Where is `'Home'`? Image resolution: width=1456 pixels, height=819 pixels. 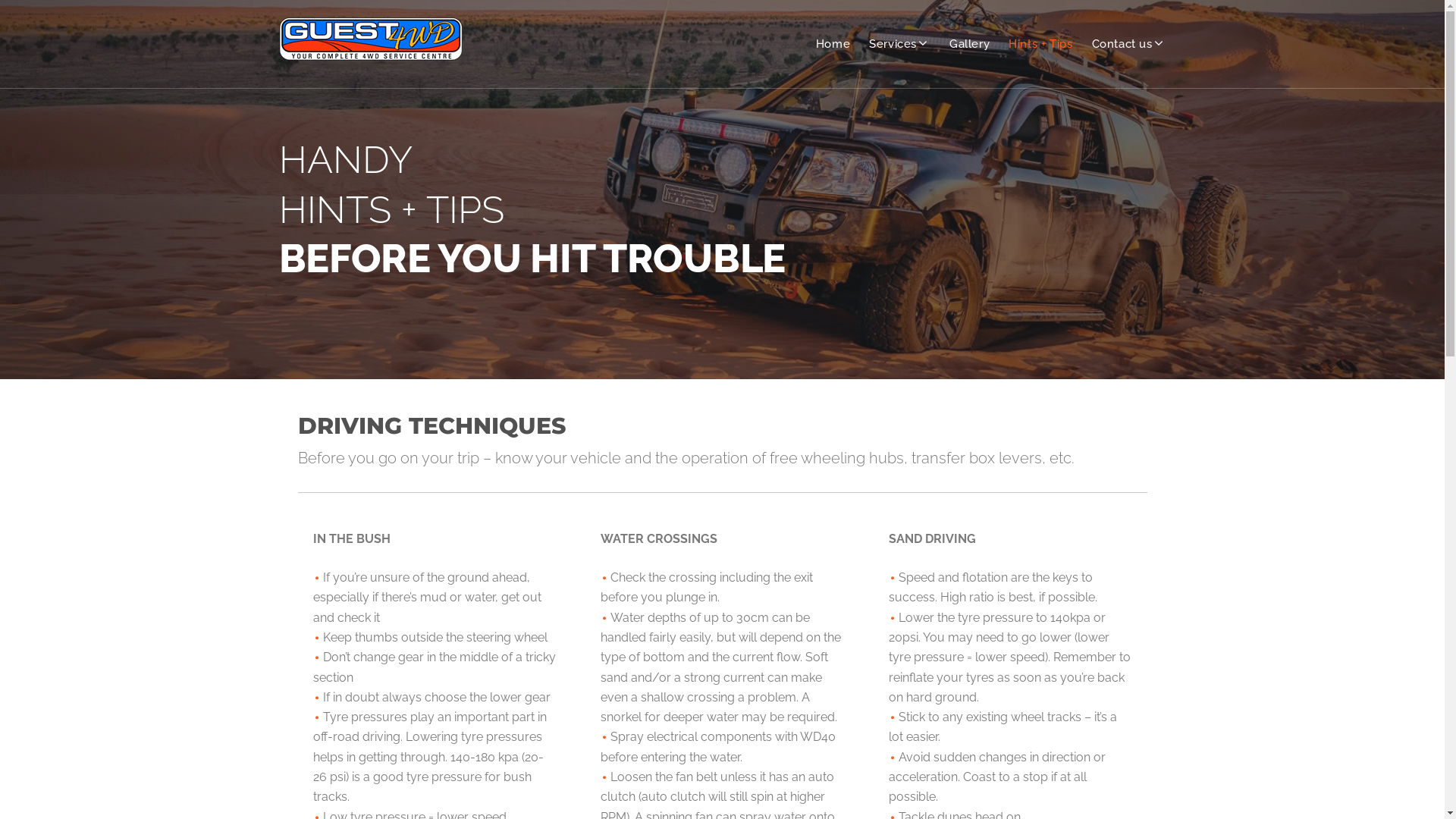
'Home' is located at coordinates (832, 43).